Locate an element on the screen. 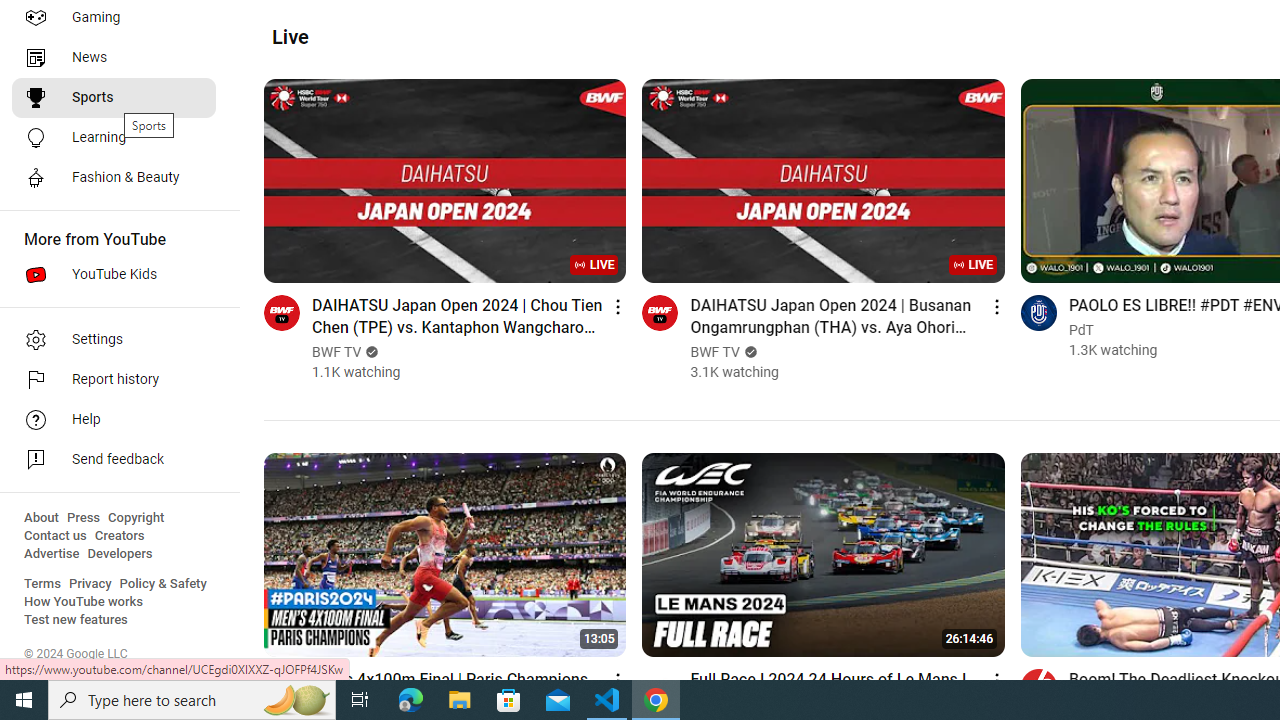  'Fashion & Beauty' is located at coordinates (112, 176).